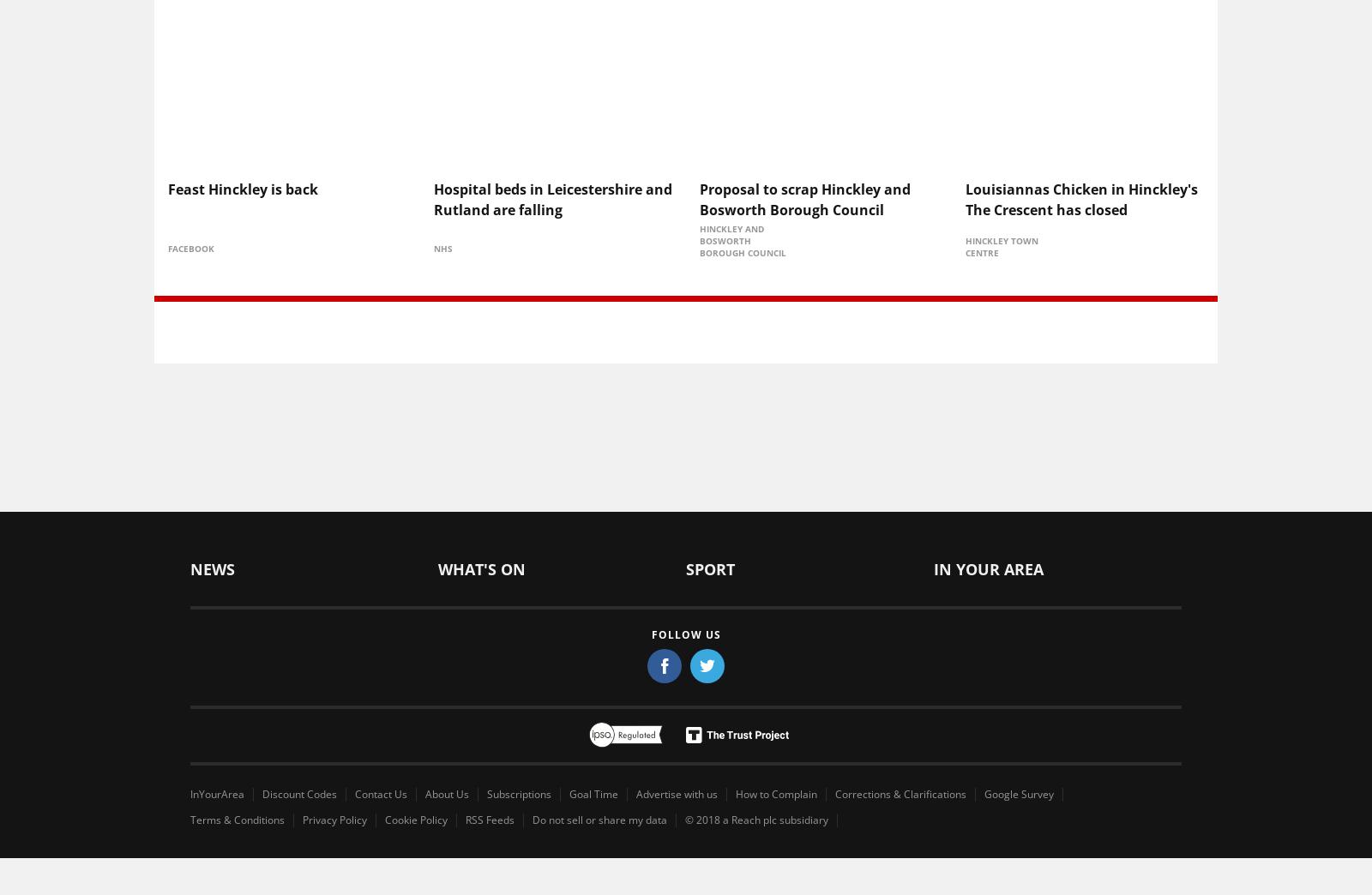  What do you see at coordinates (651, 634) in the screenshot?
I see `'Follow us'` at bounding box center [651, 634].